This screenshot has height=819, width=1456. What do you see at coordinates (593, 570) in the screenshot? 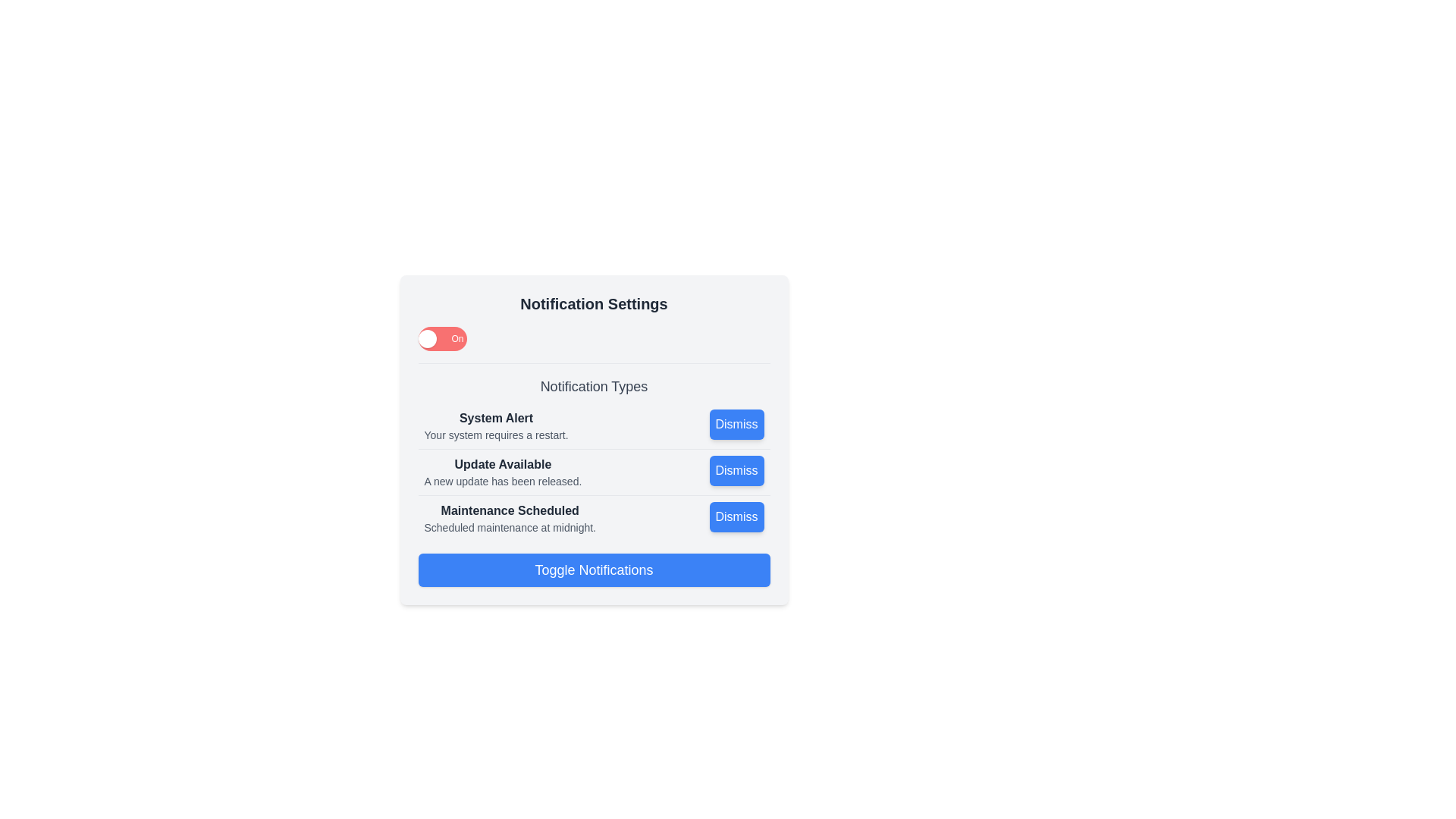
I see `the blue rectangular button labeled 'Toggle Notifications' located at the bottom of the 'Notification Settings' card` at bounding box center [593, 570].